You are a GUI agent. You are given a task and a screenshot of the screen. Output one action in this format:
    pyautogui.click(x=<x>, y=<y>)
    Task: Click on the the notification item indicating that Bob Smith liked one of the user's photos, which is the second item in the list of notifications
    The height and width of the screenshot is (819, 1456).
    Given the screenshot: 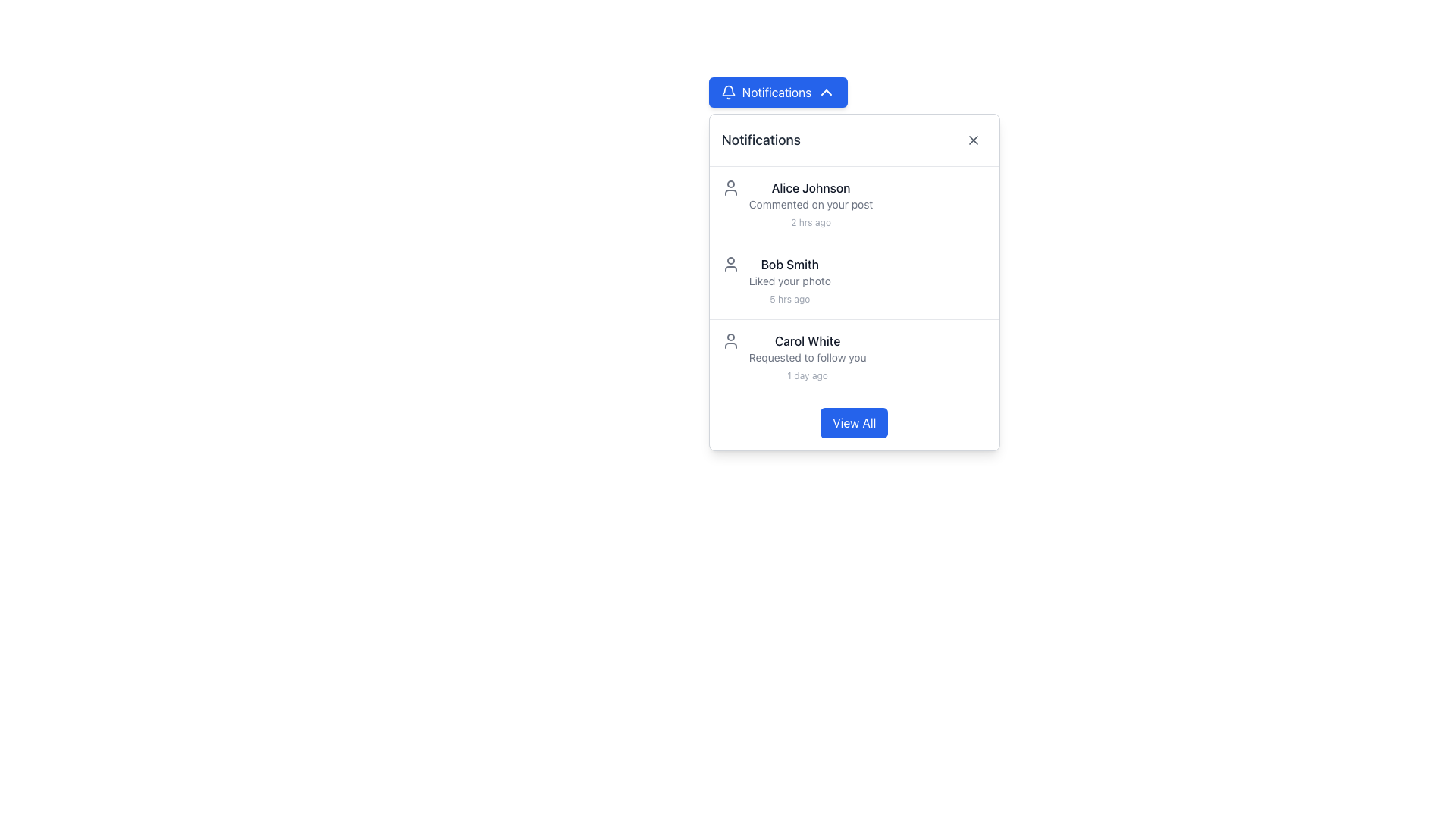 What is the action you would take?
    pyautogui.click(x=854, y=281)
    